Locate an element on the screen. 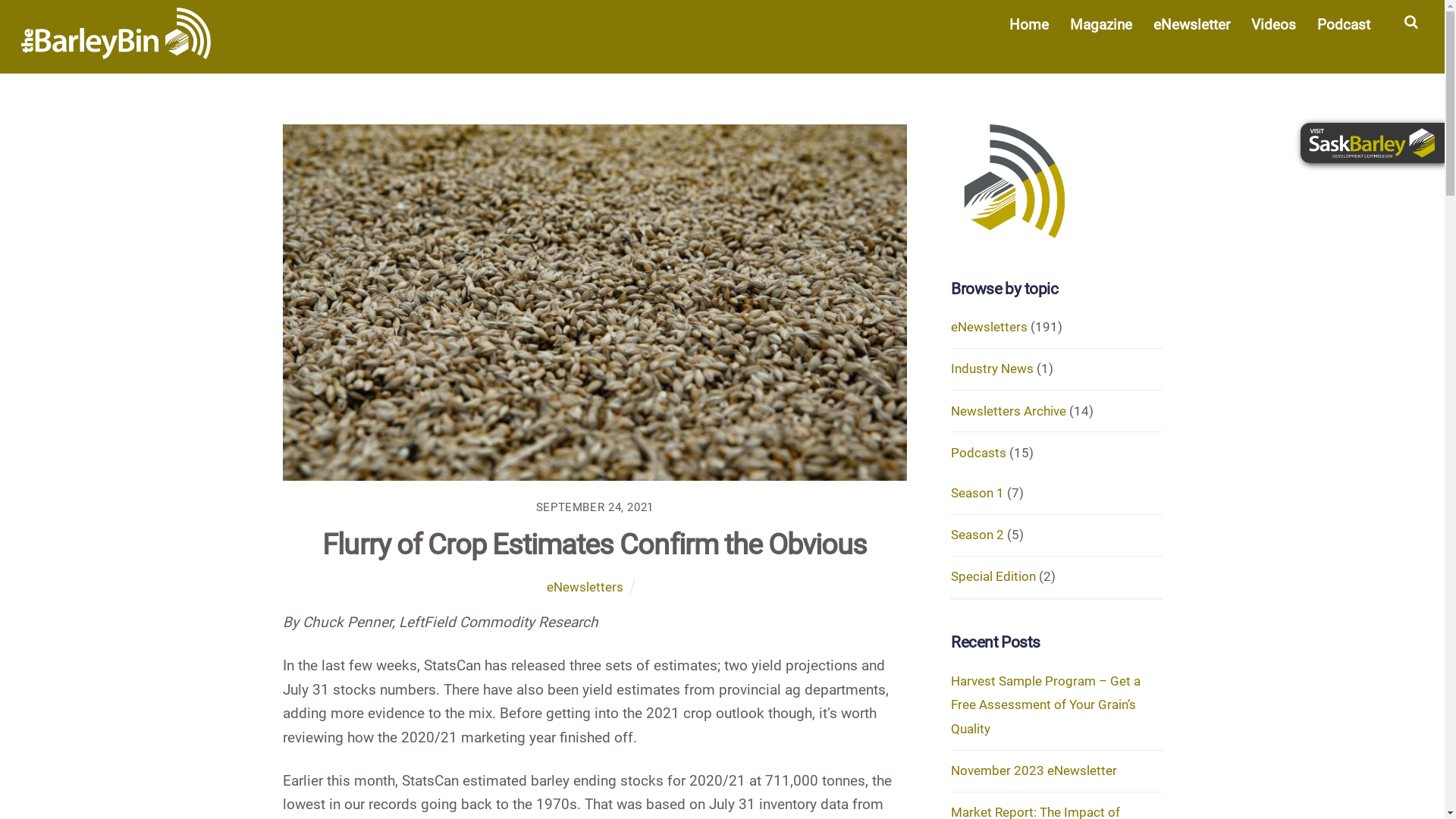  'Home' is located at coordinates (1028, 24).